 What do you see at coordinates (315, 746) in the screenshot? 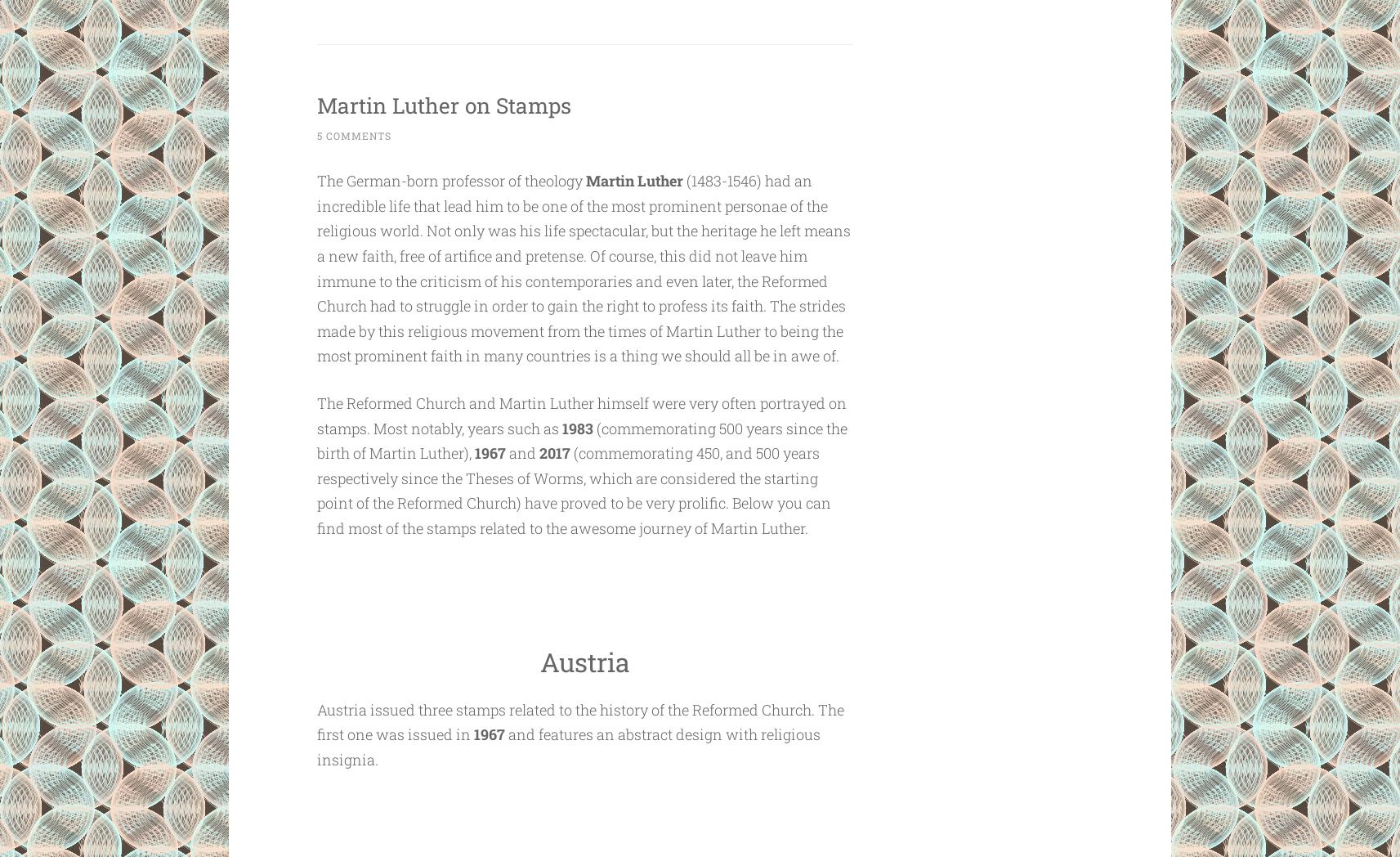
I see `'and features an abstract design with religious insignia.'` at bounding box center [315, 746].